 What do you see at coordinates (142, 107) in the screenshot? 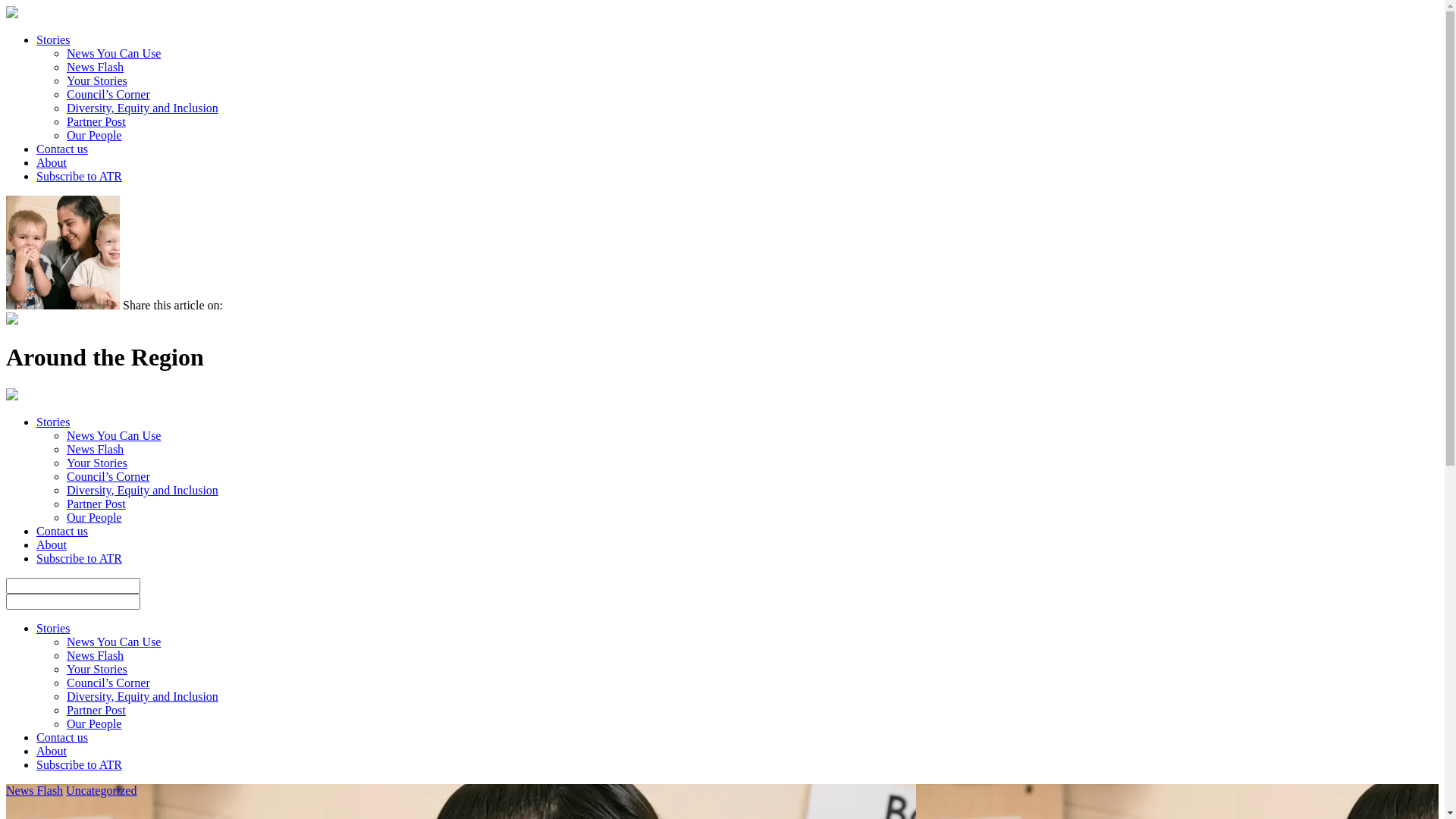
I see `'Diversity, Equity and Inclusion'` at bounding box center [142, 107].